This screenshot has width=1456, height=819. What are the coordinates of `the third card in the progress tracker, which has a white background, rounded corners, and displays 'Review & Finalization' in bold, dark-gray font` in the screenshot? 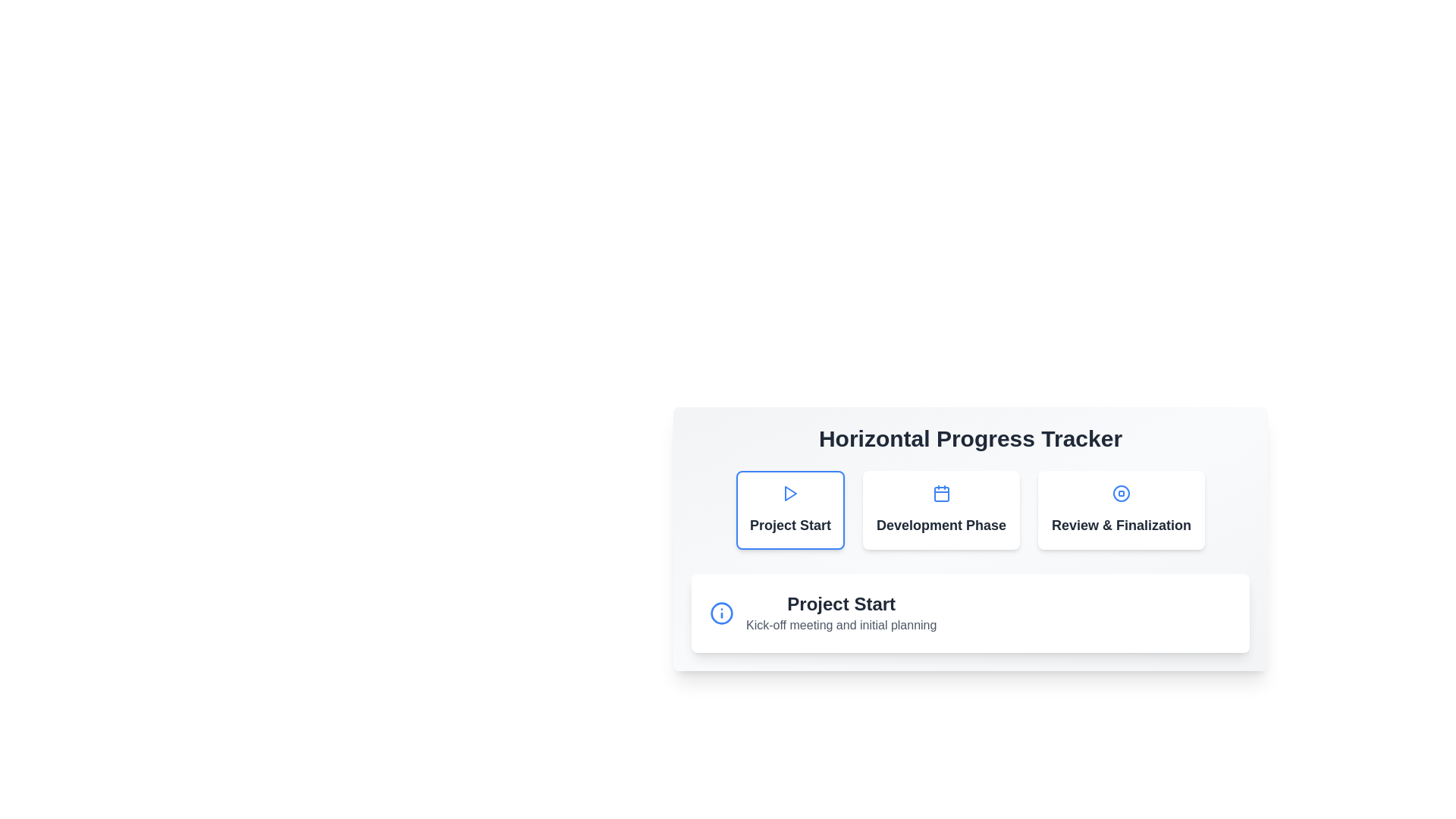 It's located at (1121, 510).